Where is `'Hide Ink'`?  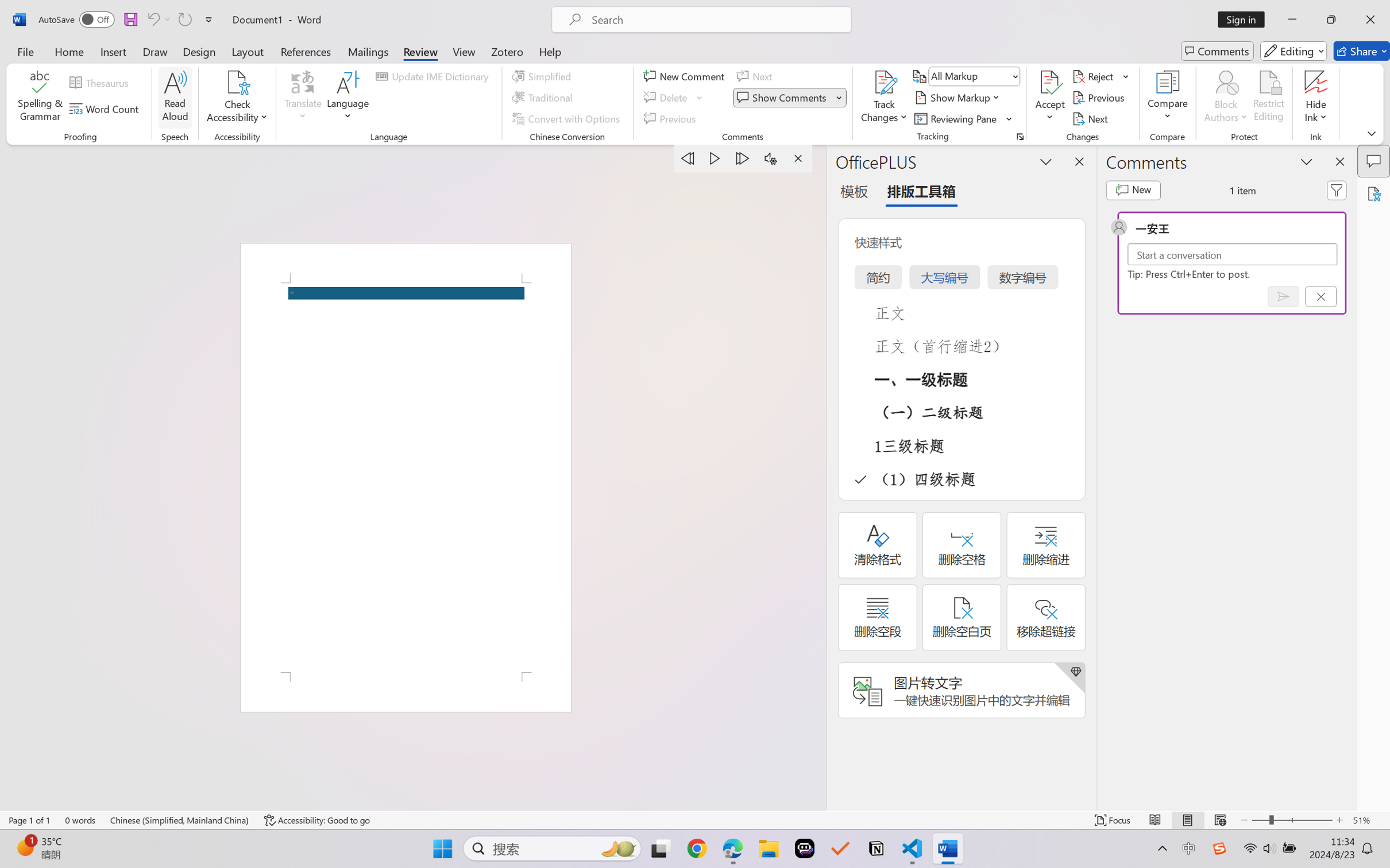
'Hide Ink' is located at coordinates (1316, 82).